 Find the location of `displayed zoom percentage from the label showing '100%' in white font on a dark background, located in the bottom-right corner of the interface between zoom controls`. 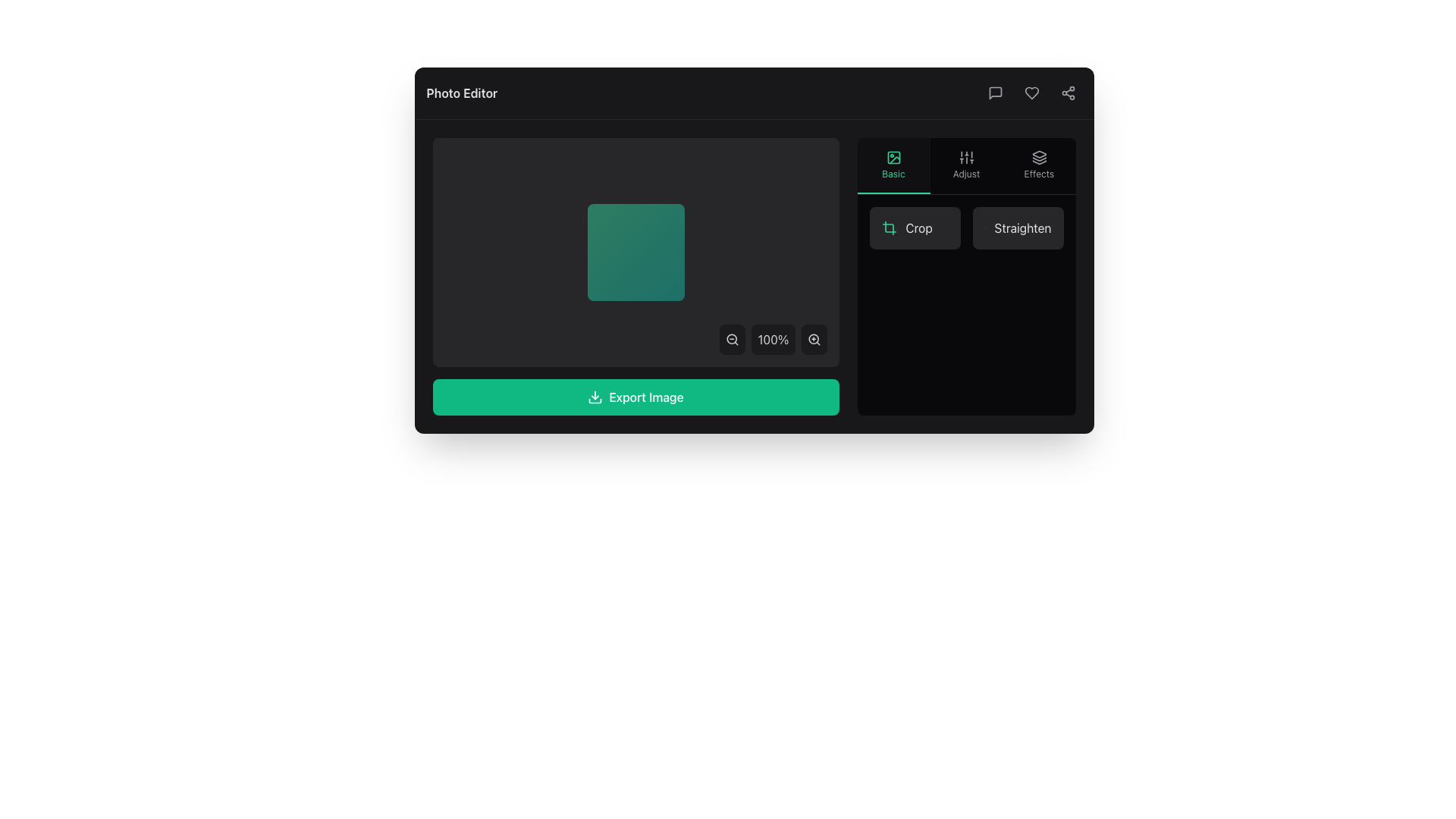

displayed zoom percentage from the label showing '100%' in white font on a dark background, located in the bottom-right corner of the interface between zoom controls is located at coordinates (773, 338).